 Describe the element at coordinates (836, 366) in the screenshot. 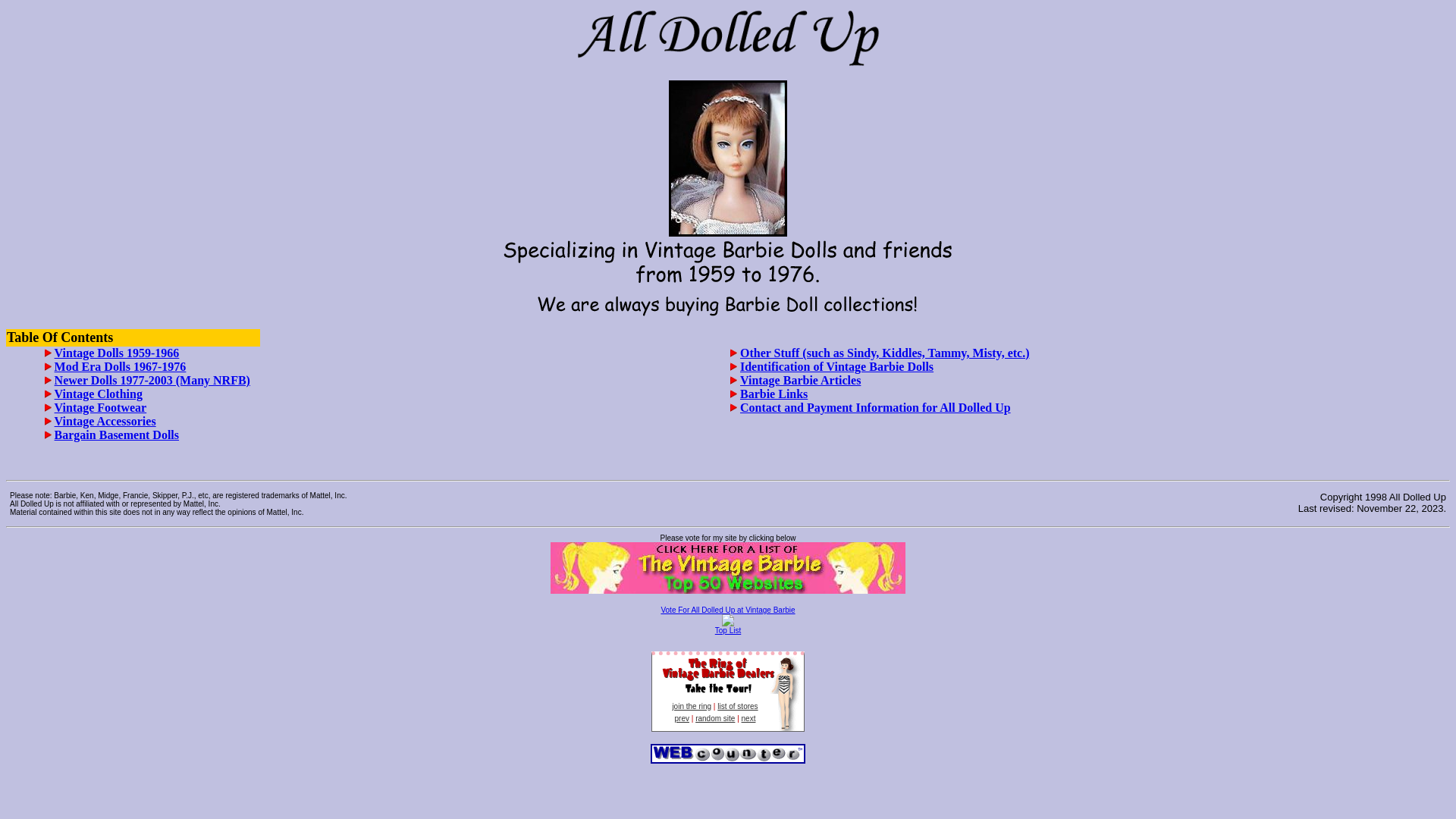

I see `'Identification of Vintage Barbie Dolls'` at that location.